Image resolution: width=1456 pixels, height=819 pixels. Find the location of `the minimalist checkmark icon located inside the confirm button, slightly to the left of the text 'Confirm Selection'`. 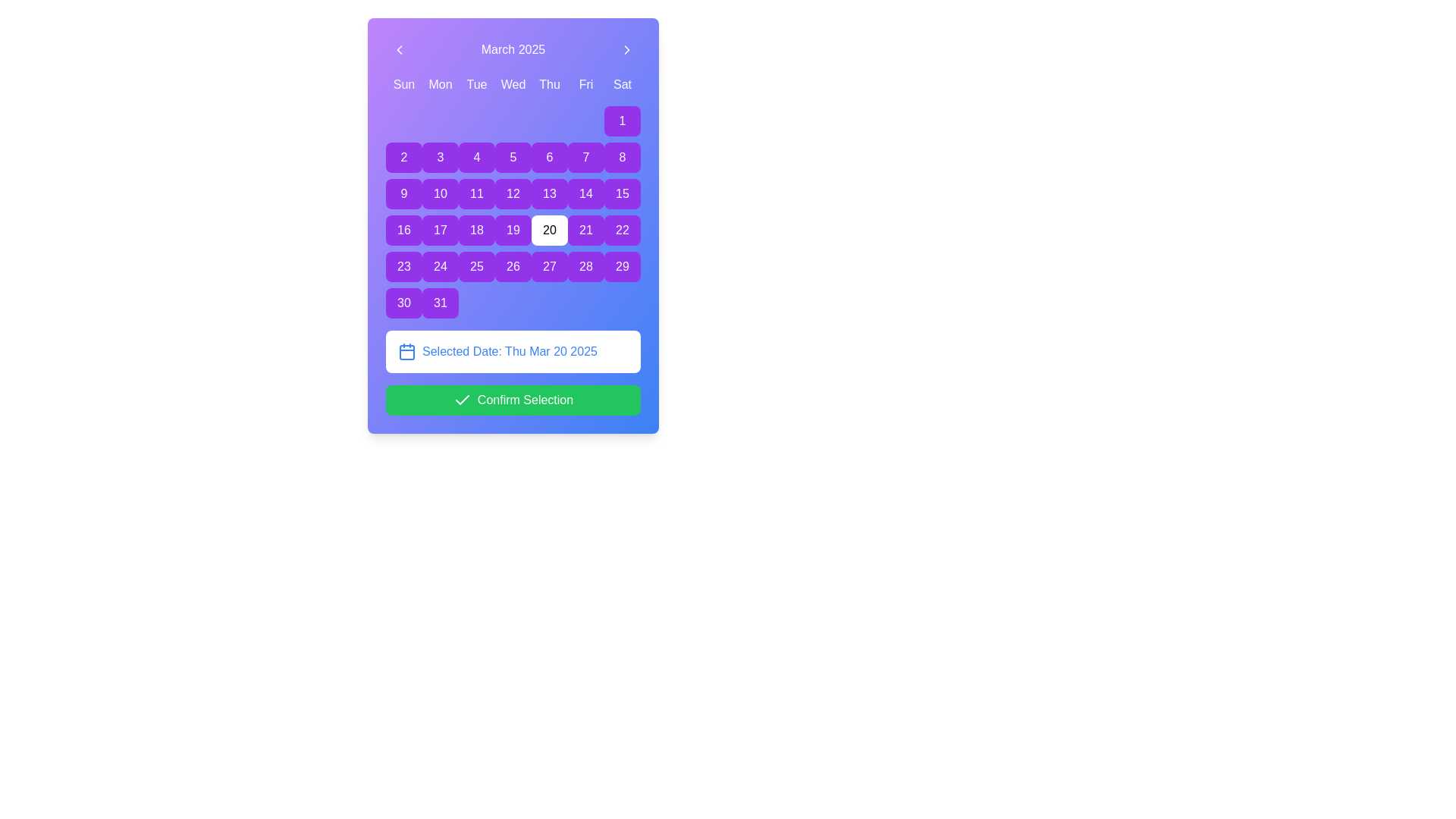

the minimalist checkmark icon located inside the confirm button, slightly to the left of the text 'Confirm Selection' is located at coordinates (461, 399).